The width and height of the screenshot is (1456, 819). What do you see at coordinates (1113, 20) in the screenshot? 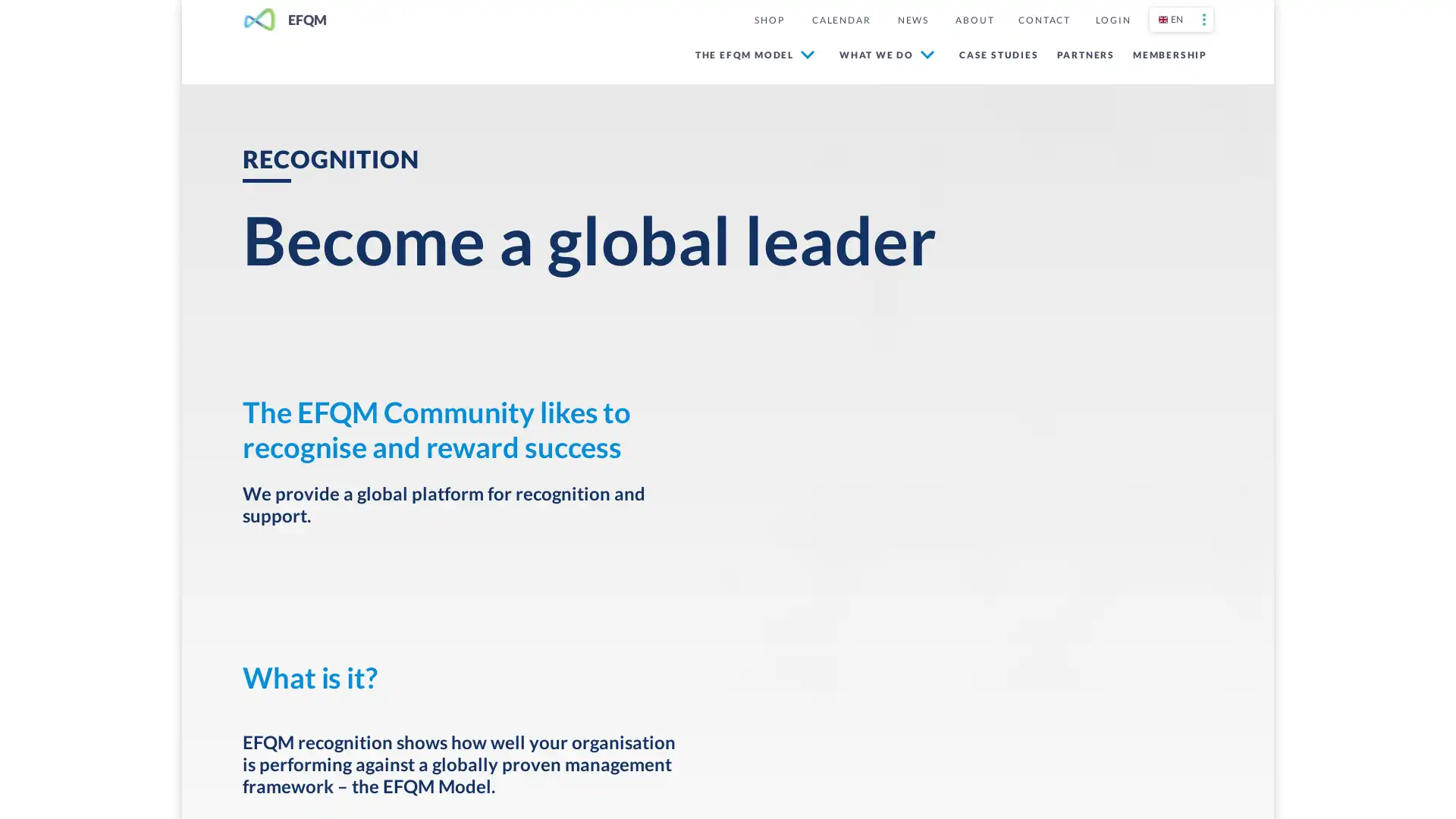
I see `LOGIN` at bounding box center [1113, 20].